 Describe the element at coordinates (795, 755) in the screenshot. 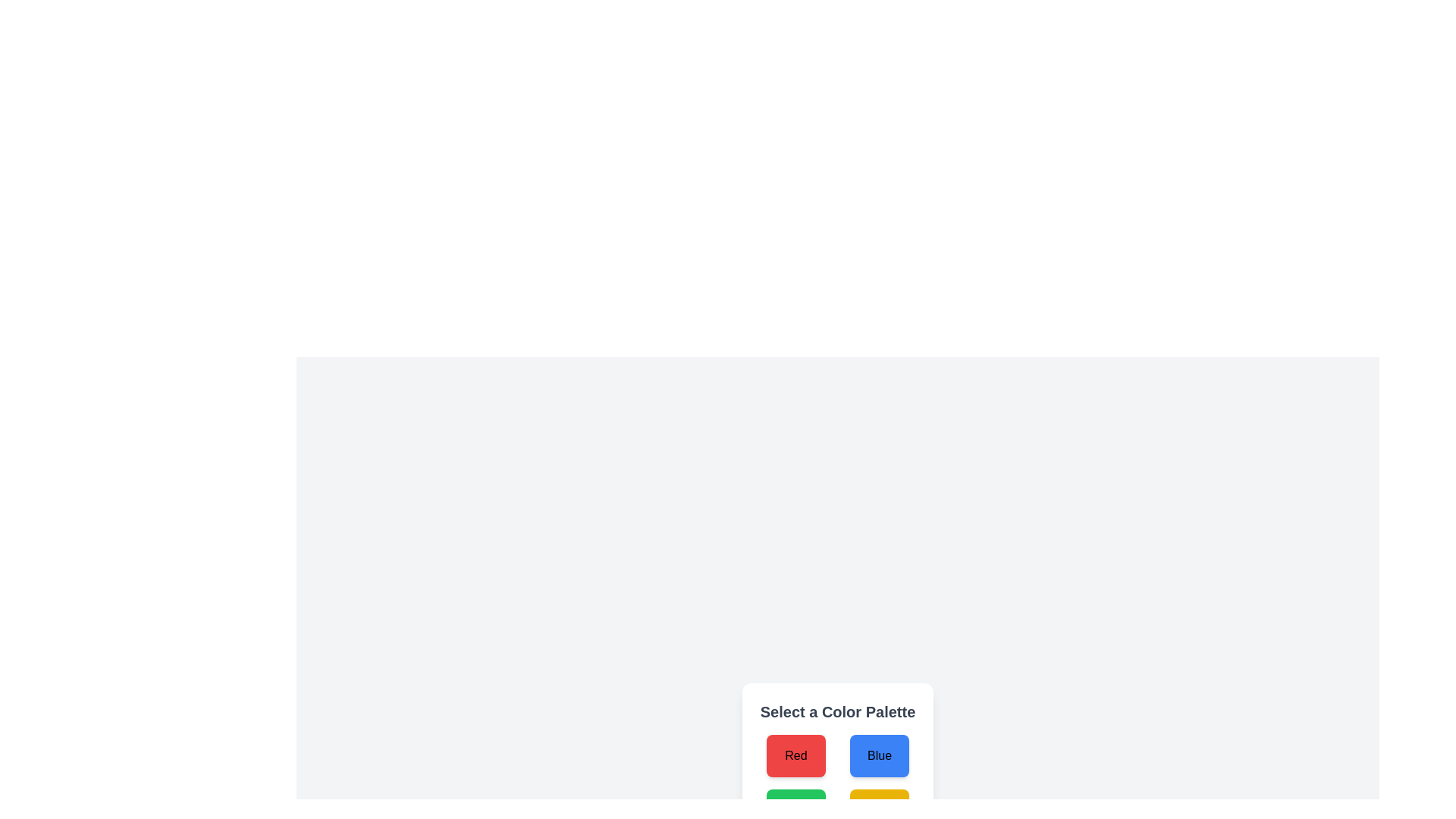

I see `the color Red from the palette` at that location.